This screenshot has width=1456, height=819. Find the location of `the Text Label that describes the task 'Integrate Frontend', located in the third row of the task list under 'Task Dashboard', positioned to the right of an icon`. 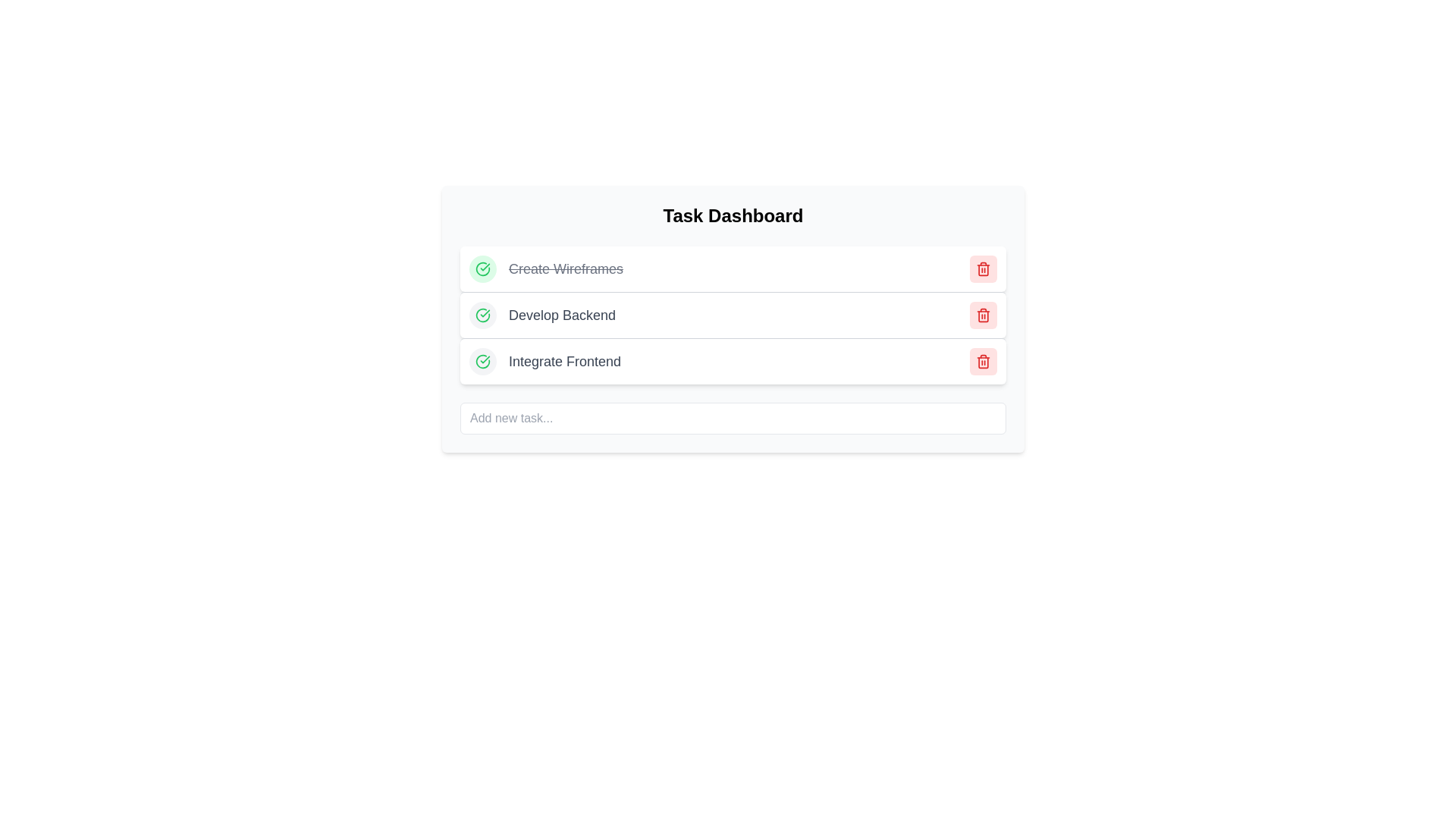

the Text Label that describes the task 'Integrate Frontend', located in the third row of the task list under 'Task Dashboard', positioned to the right of an icon is located at coordinates (563, 362).